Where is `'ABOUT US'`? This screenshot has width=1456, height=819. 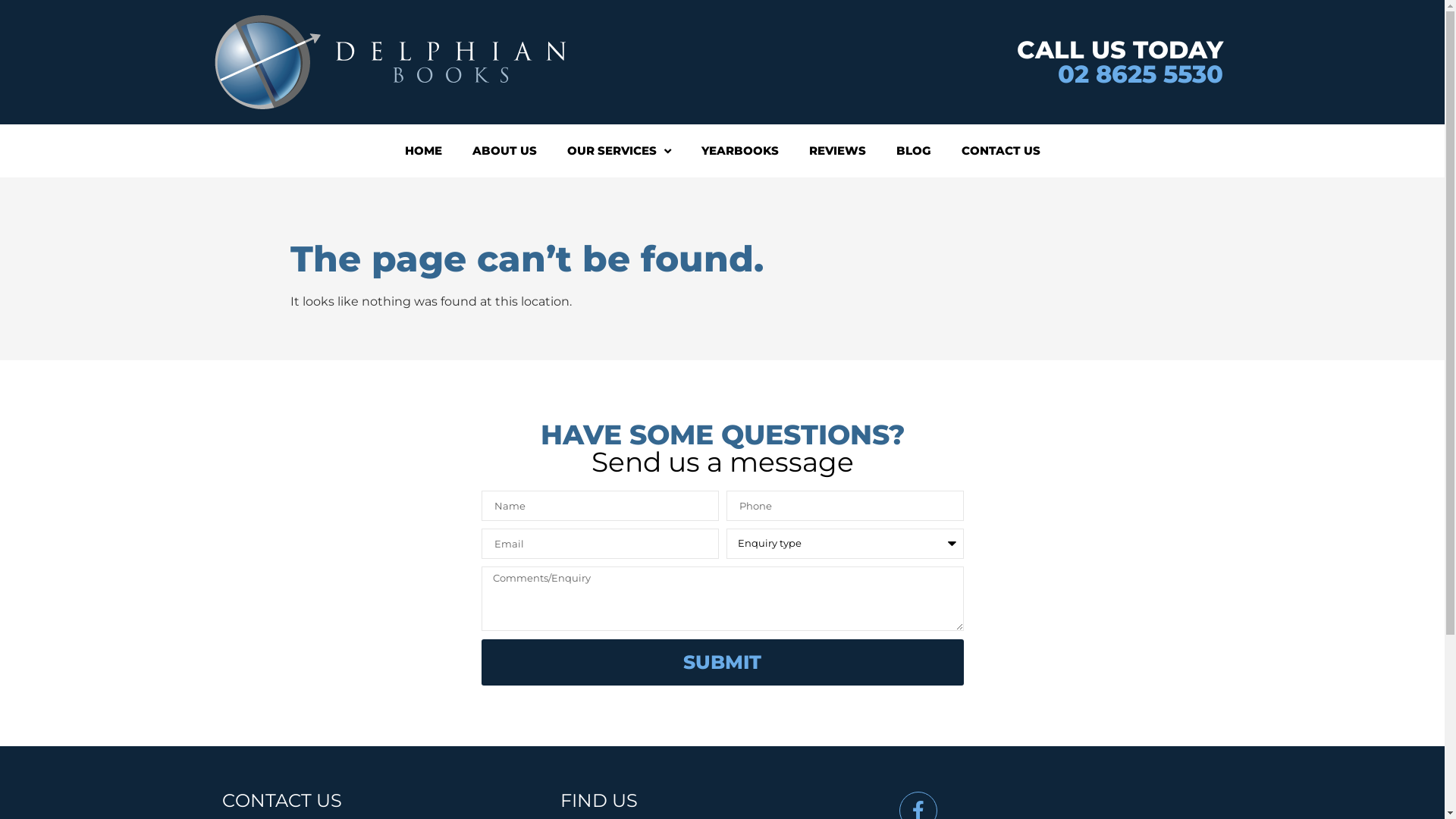 'ABOUT US' is located at coordinates (504, 151).